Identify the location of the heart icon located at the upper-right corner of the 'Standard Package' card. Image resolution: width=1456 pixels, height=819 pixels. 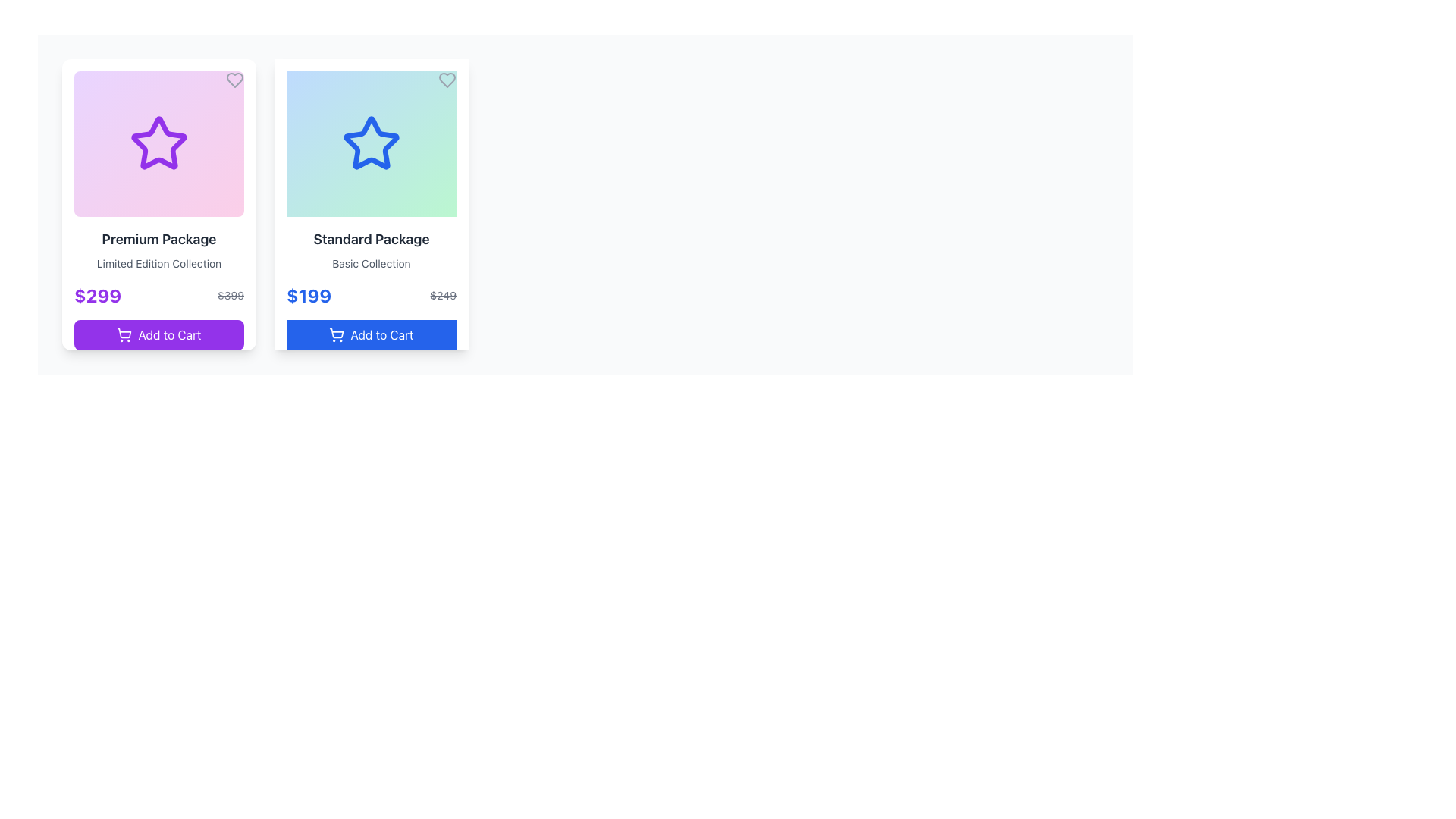
(447, 80).